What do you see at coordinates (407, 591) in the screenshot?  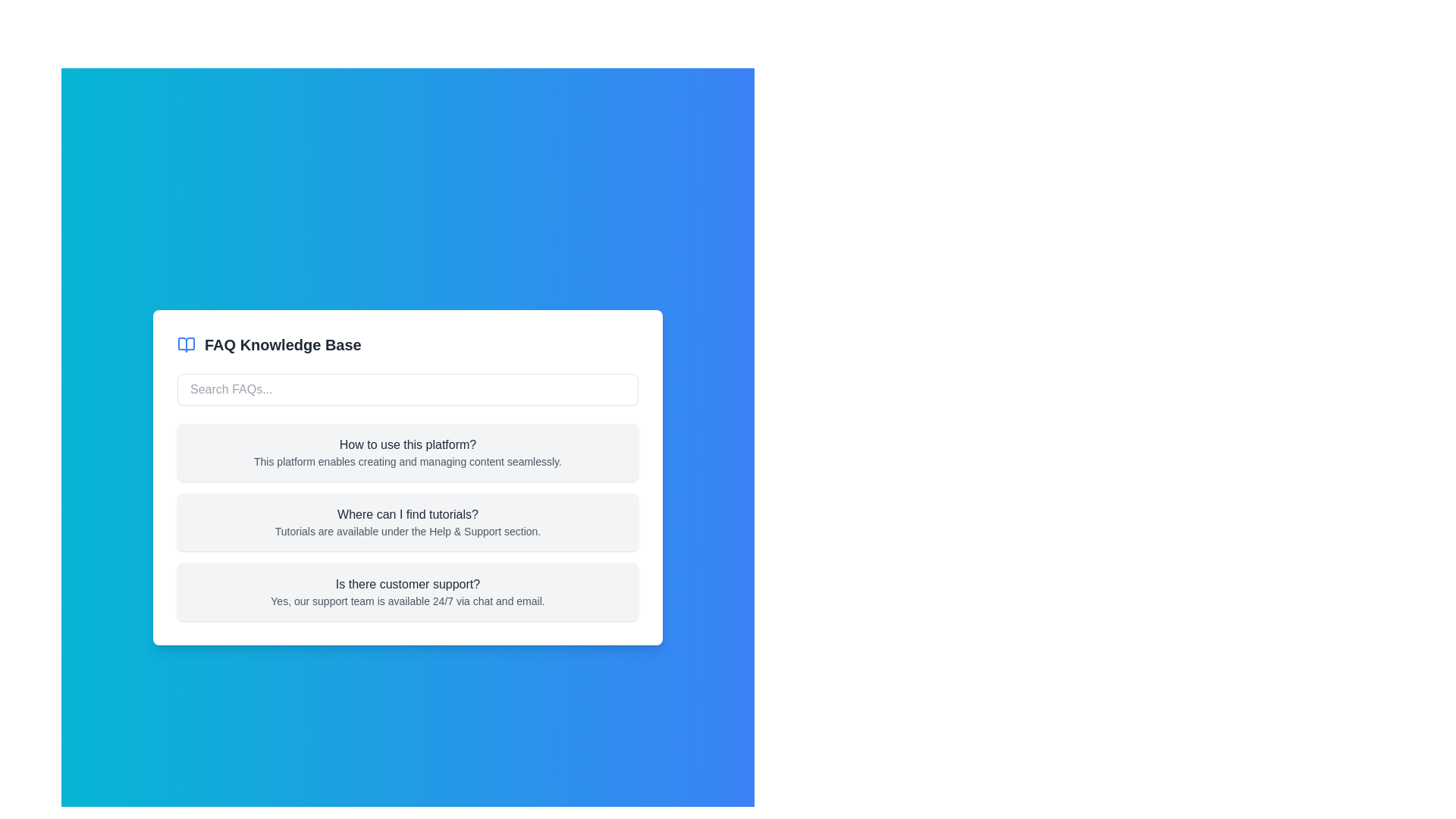 I see `the third FAQ entry in the Knowledge Base interface, which contains the question 'Is there customer support?' and the reply styled in gray text` at bounding box center [407, 591].